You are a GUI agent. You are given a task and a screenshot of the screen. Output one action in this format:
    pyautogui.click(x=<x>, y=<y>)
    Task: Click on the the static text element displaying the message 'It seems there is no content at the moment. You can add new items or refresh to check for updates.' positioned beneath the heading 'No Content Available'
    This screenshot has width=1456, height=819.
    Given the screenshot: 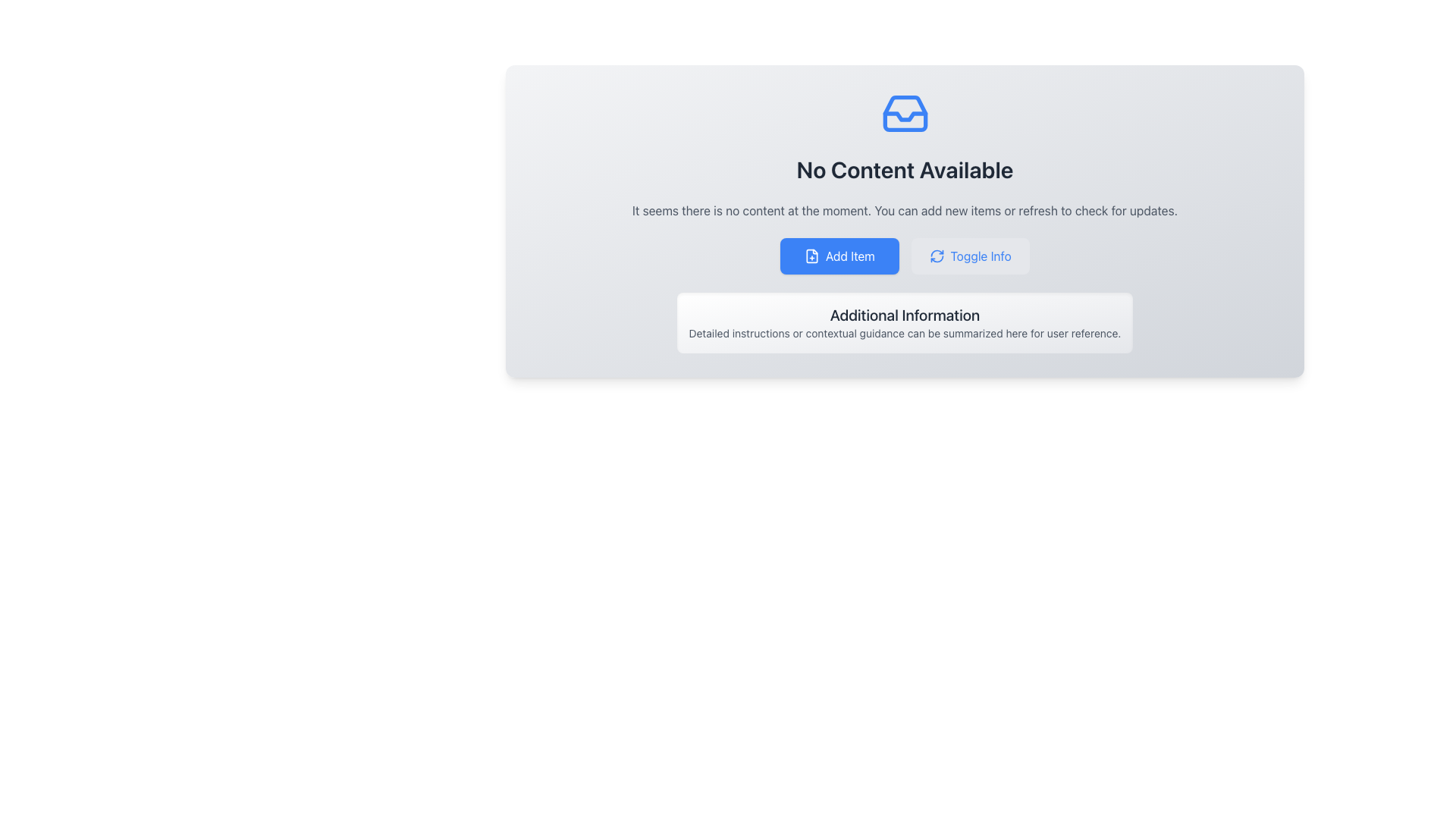 What is the action you would take?
    pyautogui.click(x=905, y=210)
    